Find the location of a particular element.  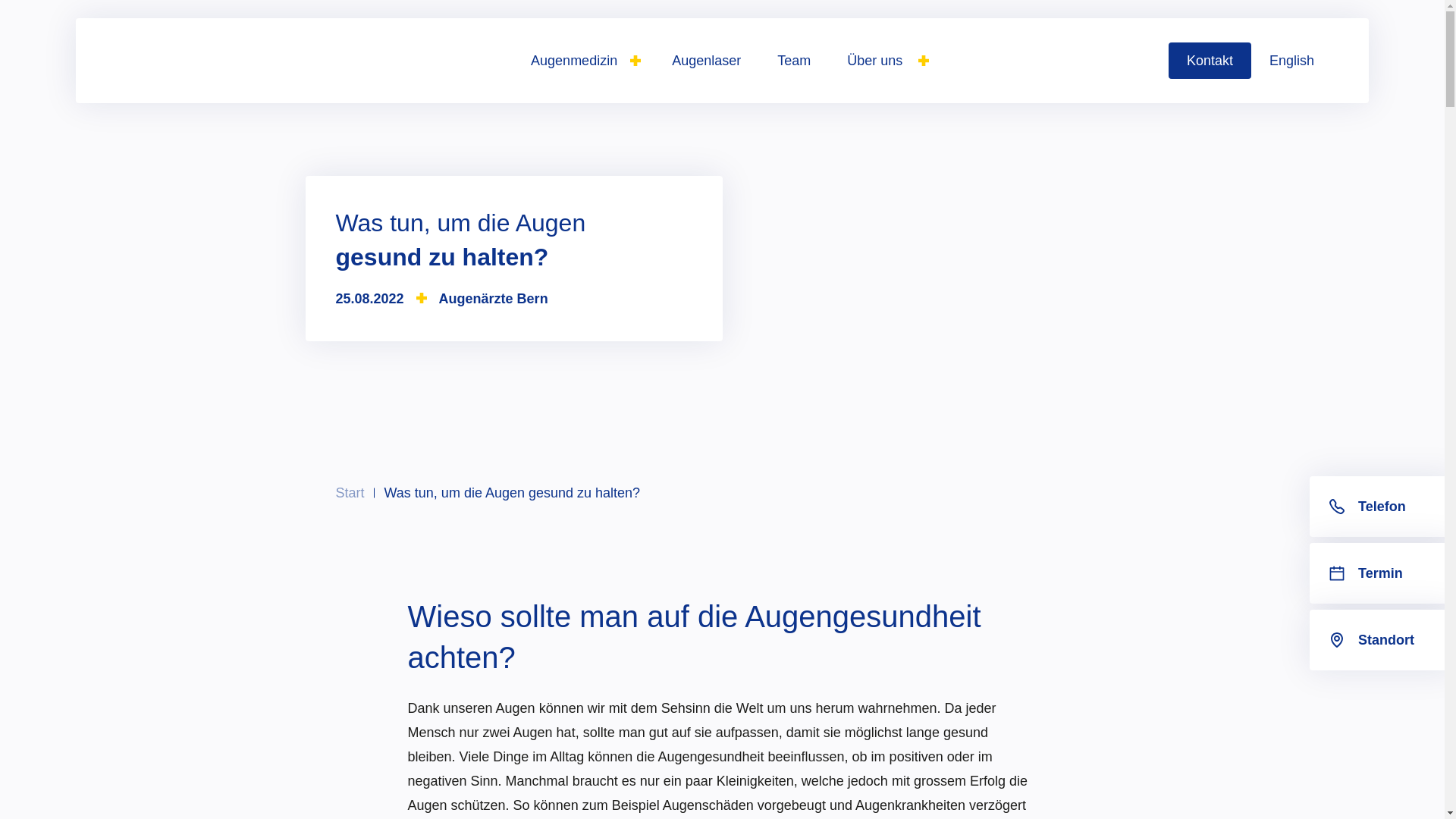

'Augenmedizin' is located at coordinates (582, 60).